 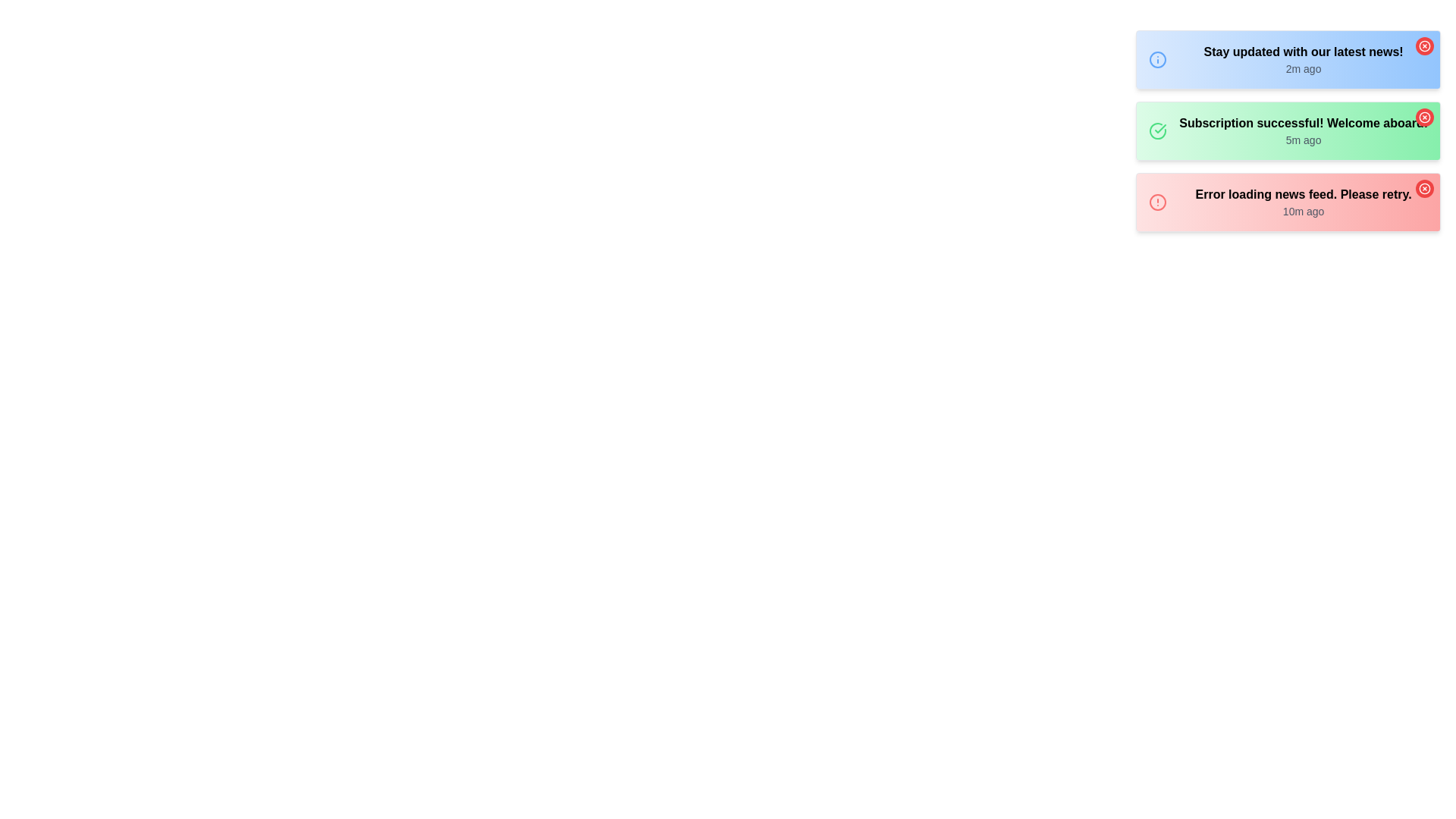 I want to click on the SVG Circle element, which is part of the information icon in the blue notification box, located to the left of the text 'Stay updated with our latest news!', so click(x=1157, y=58).